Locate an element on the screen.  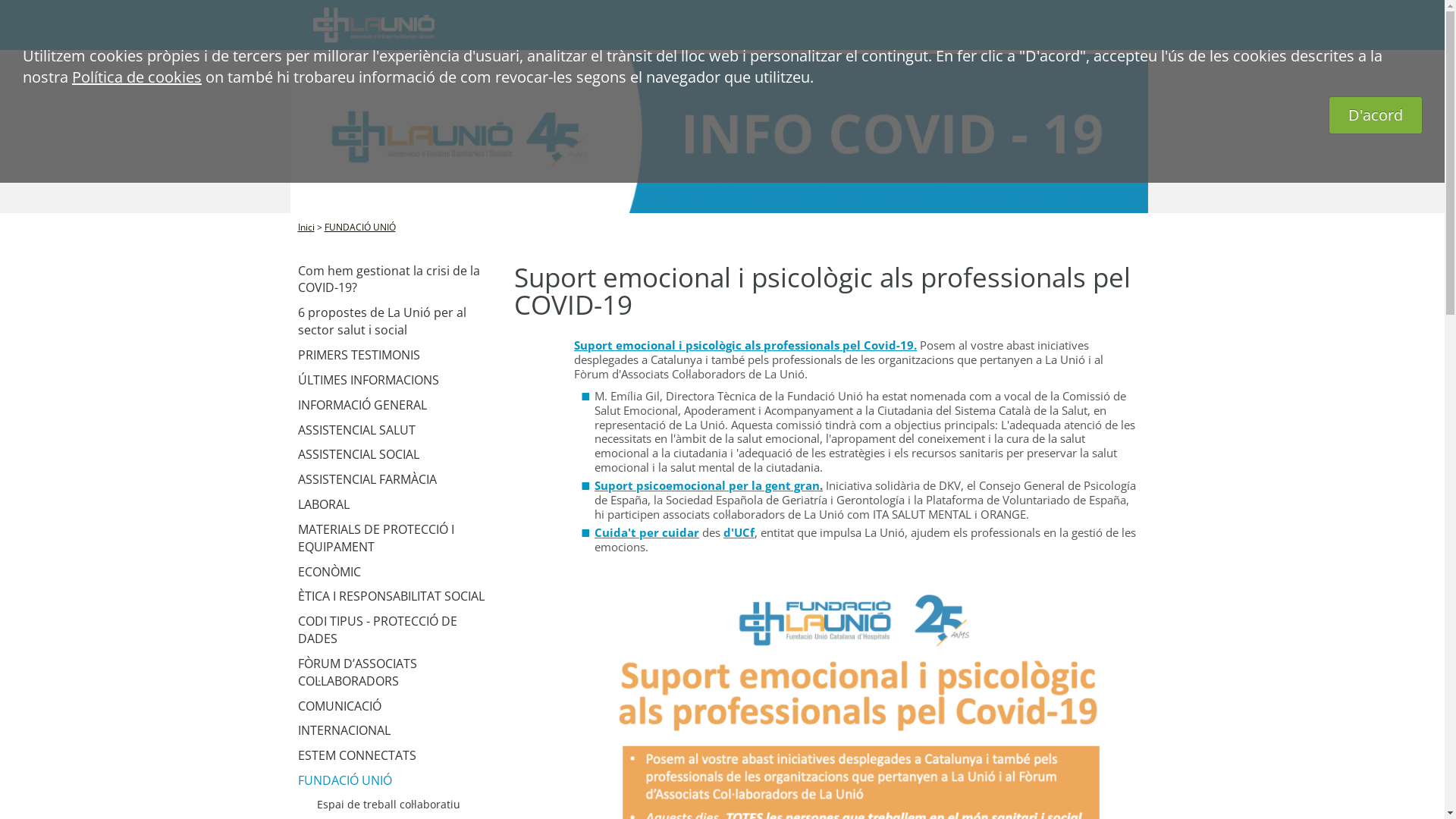
'PRIMERS TESTIMONIS' is located at coordinates (397, 355).